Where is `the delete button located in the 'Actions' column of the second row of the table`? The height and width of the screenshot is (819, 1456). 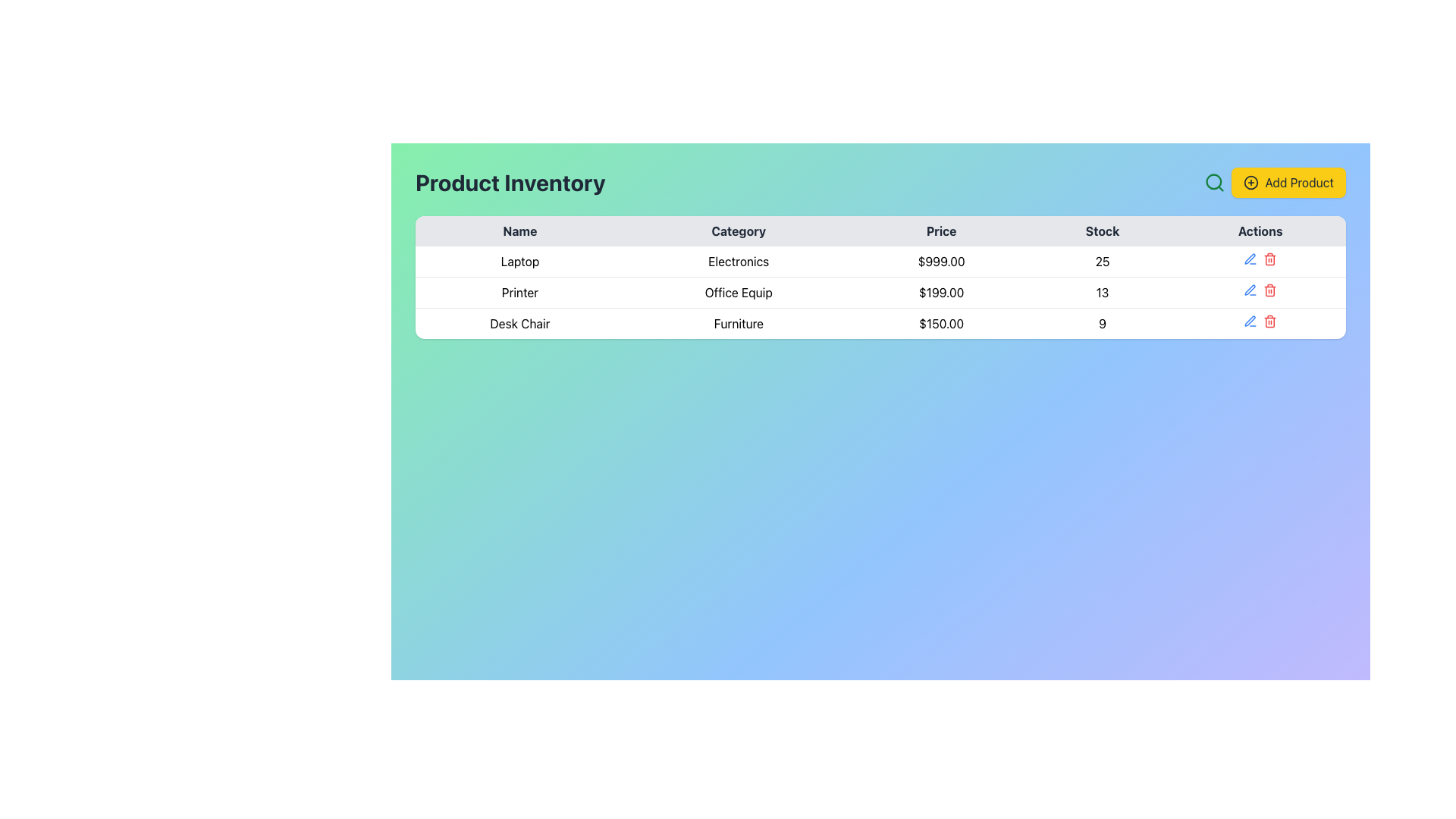 the delete button located in the 'Actions' column of the second row of the table is located at coordinates (1270, 290).